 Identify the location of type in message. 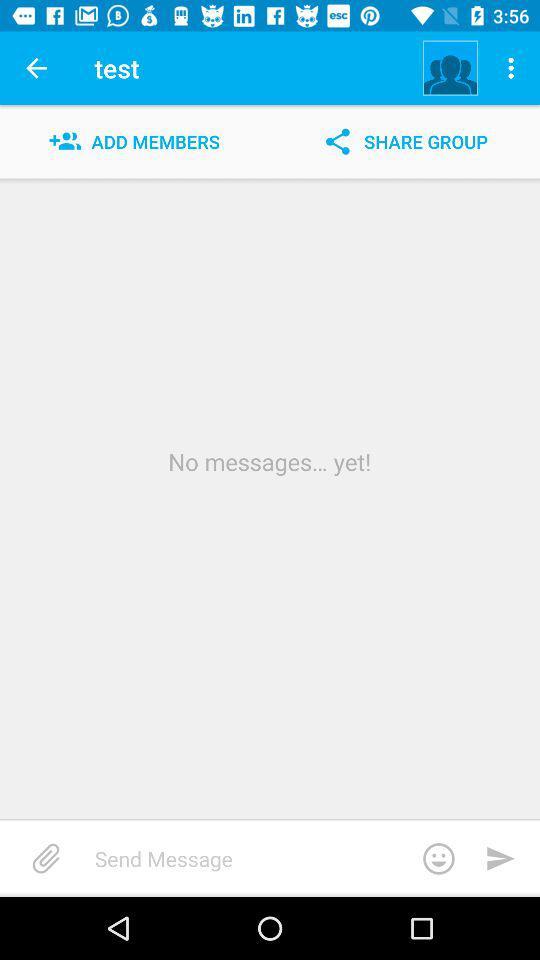
(281, 857).